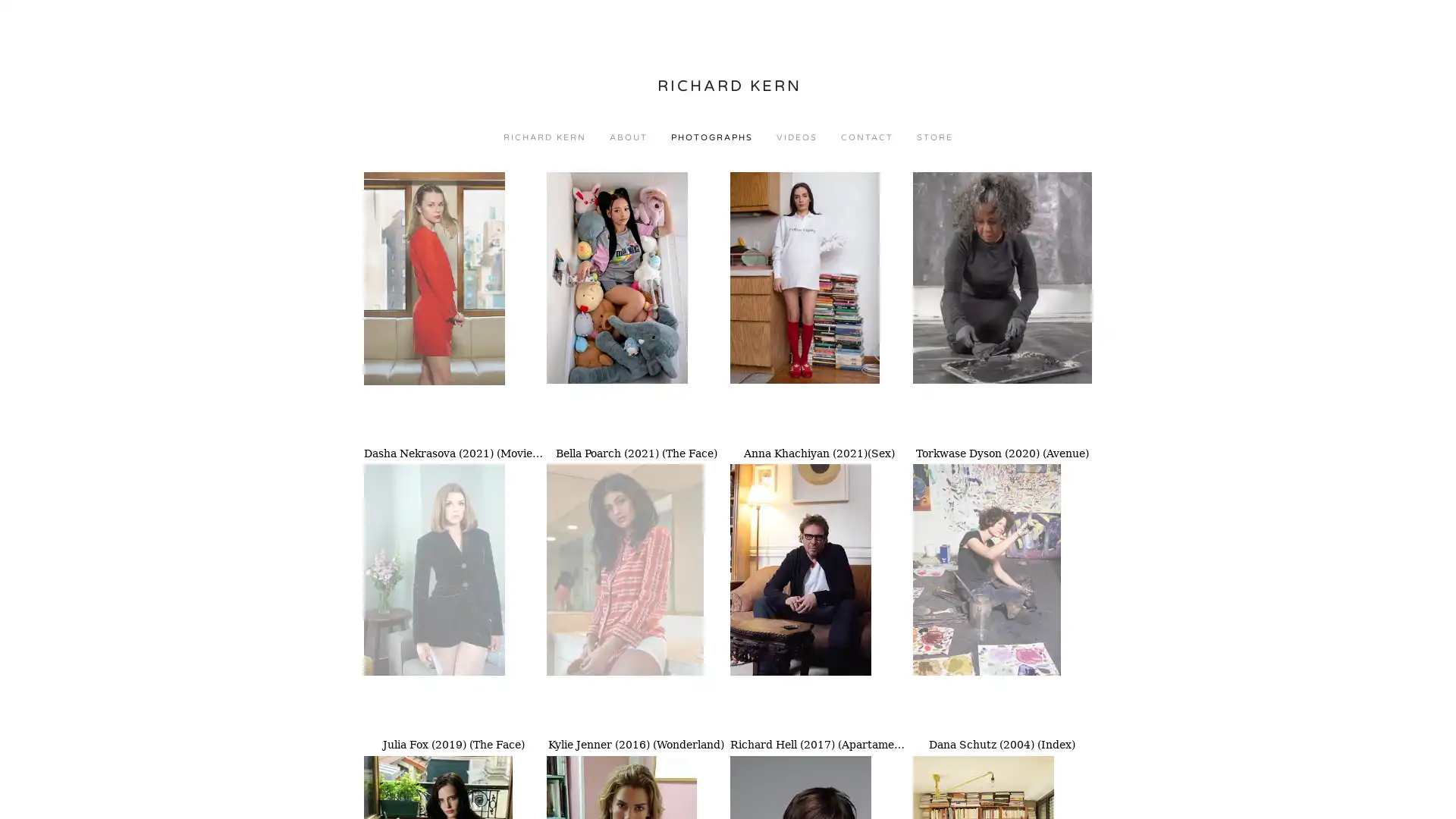 The width and height of the screenshot is (1456, 819). What do you see at coordinates (453, 306) in the screenshot?
I see `View fullsize Dasha Nekrasova (2021) (MovieMaker)` at bounding box center [453, 306].